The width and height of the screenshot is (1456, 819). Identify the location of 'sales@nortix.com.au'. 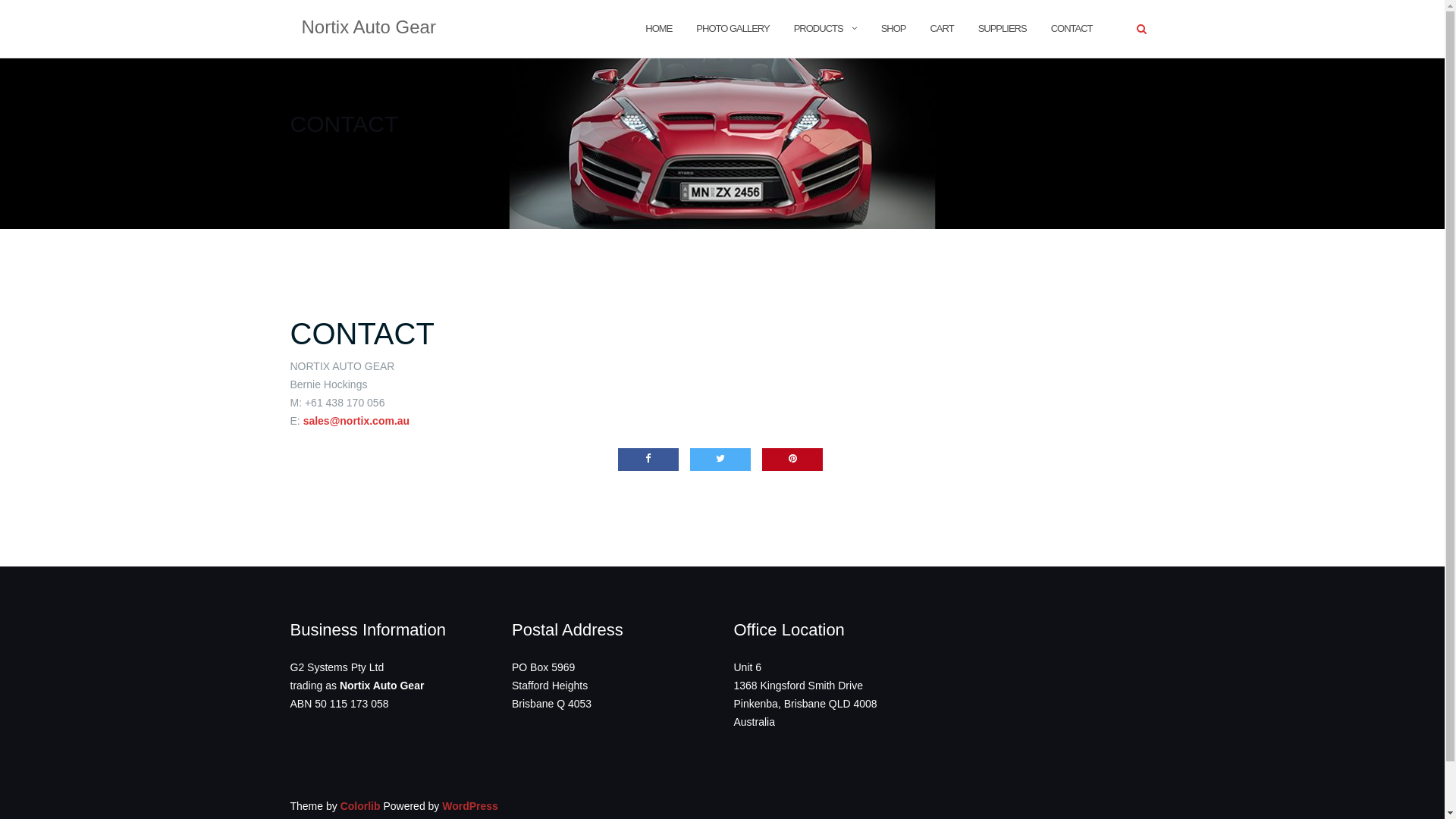
(356, 421).